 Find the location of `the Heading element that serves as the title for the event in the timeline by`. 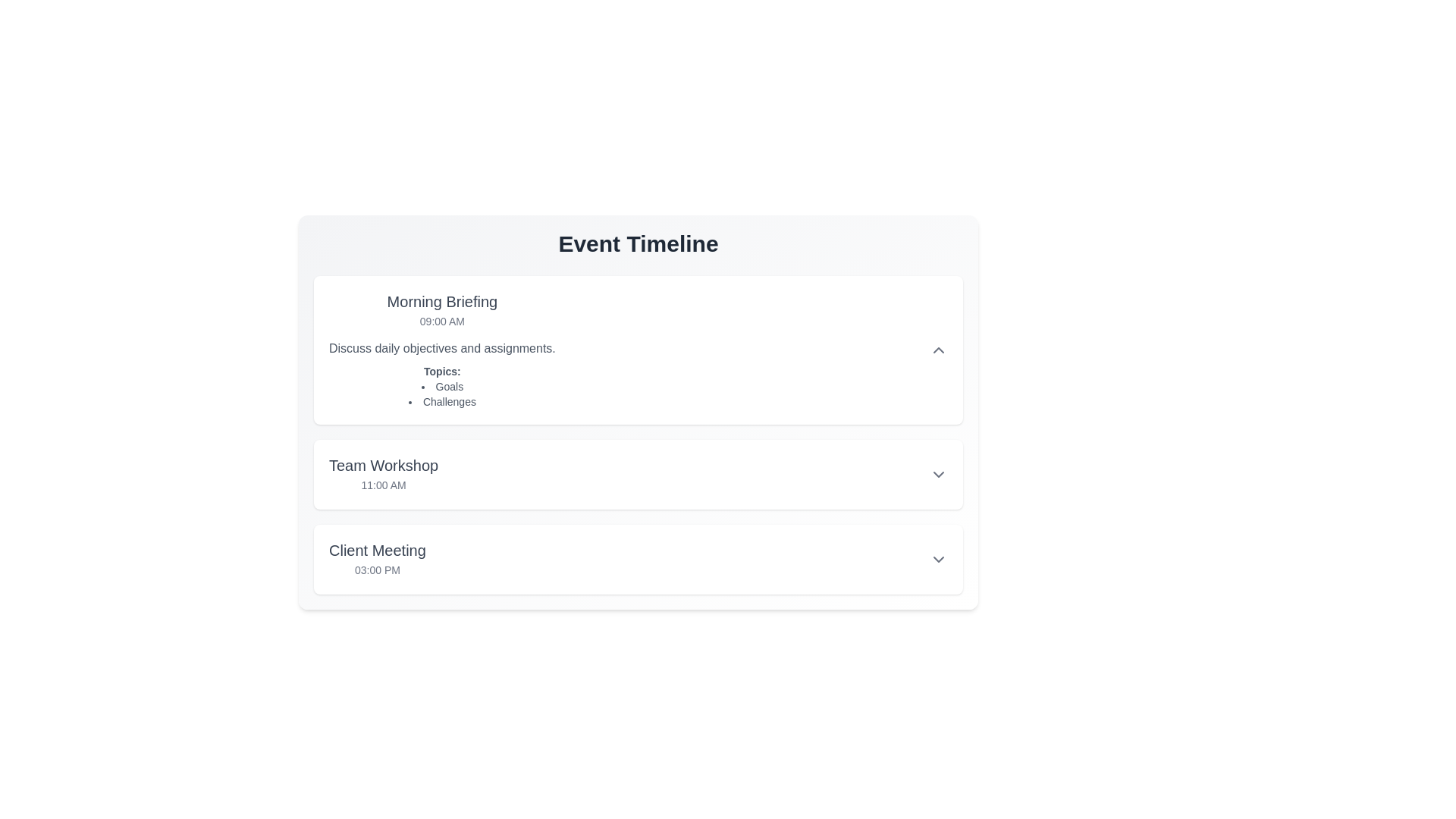

the Heading element that serves as the title for the event in the timeline by is located at coordinates (441, 301).